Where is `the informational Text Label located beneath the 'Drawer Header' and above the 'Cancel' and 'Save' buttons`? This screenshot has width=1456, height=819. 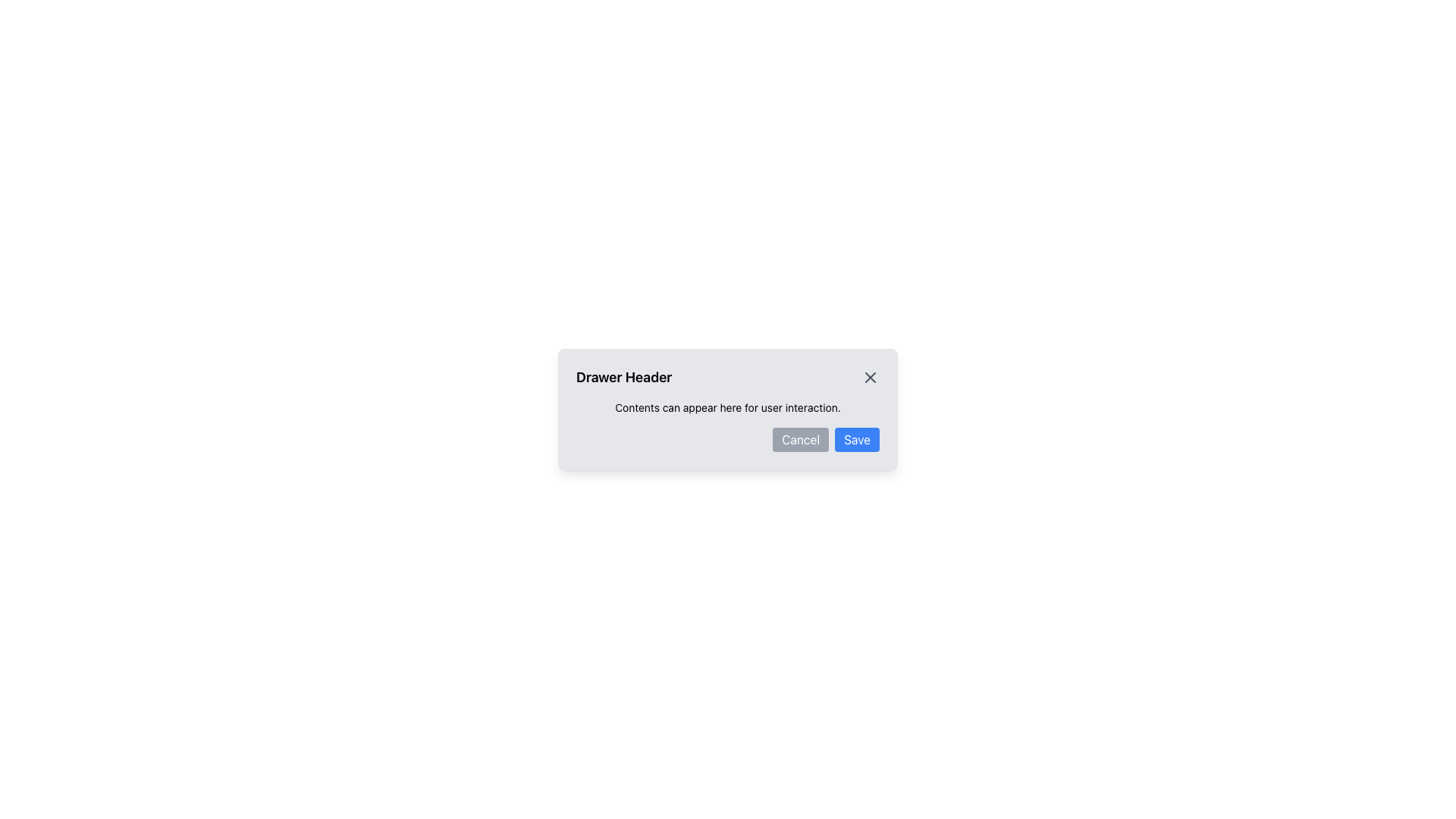
the informational Text Label located beneath the 'Drawer Header' and above the 'Cancel' and 'Save' buttons is located at coordinates (728, 406).